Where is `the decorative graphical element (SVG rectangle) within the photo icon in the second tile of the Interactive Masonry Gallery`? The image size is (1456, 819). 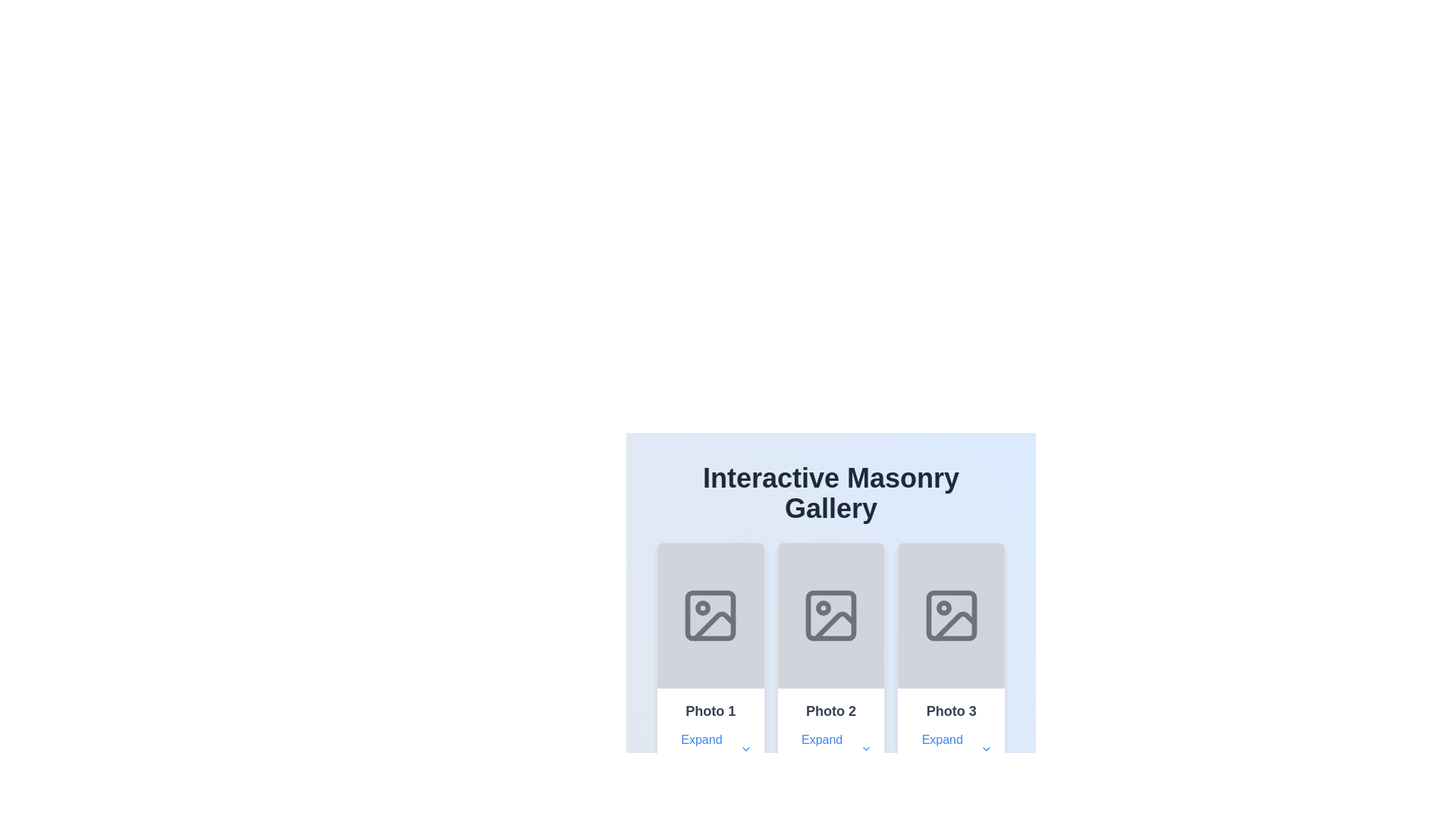
the decorative graphical element (SVG rectangle) within the photo icon in the second tile of the Interactive Masonry Gallery is located at coordinates (830, 616).